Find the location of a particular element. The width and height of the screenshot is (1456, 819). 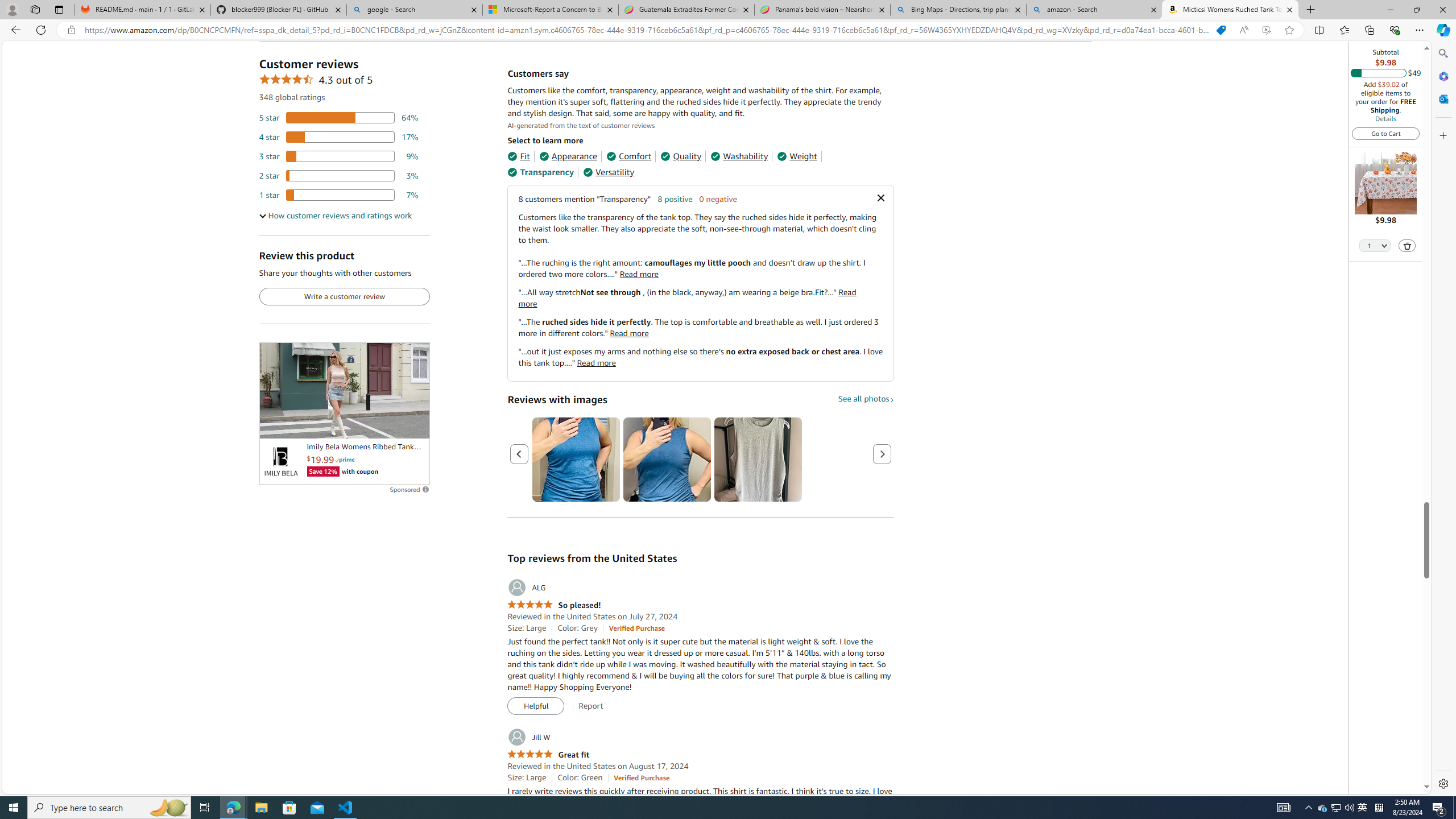

'Previous page' is located at coordinates (519, 453).